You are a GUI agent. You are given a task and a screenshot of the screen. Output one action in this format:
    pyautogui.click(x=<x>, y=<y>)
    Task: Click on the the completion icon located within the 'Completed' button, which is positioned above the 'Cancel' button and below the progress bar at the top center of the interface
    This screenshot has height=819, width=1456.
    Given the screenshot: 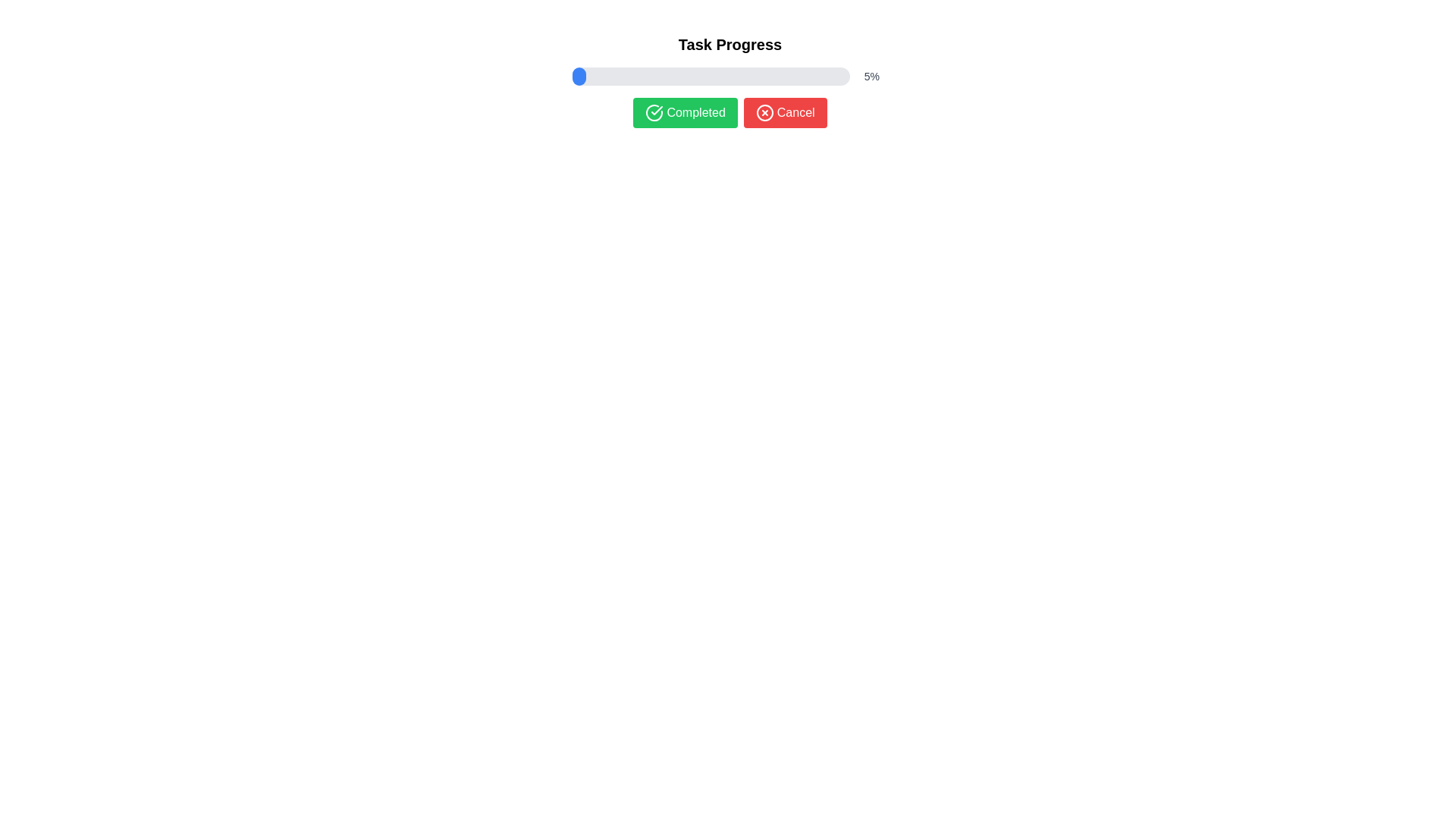 What is the action you would take?
    pyautogui.click(x=654, y=112)
    